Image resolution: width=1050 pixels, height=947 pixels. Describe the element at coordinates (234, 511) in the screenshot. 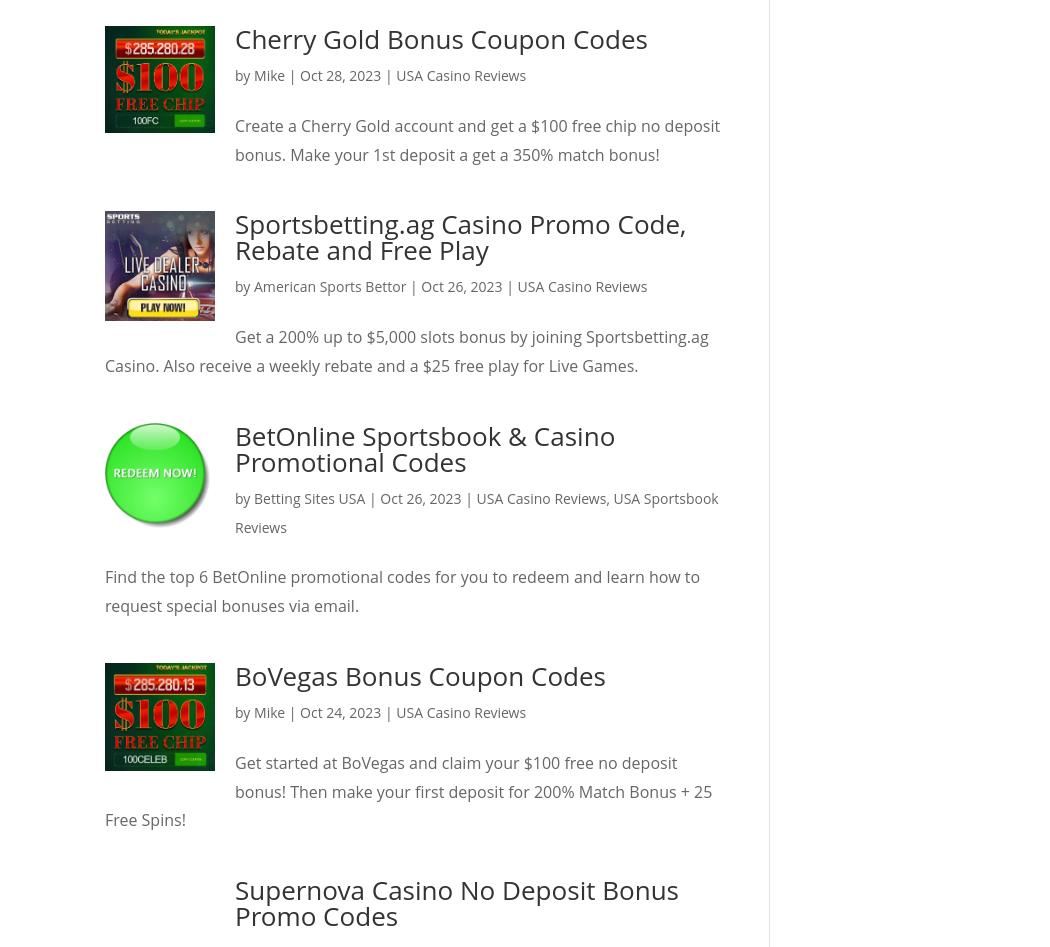

I see `'USA Sportsbook Reviews'` at that location.